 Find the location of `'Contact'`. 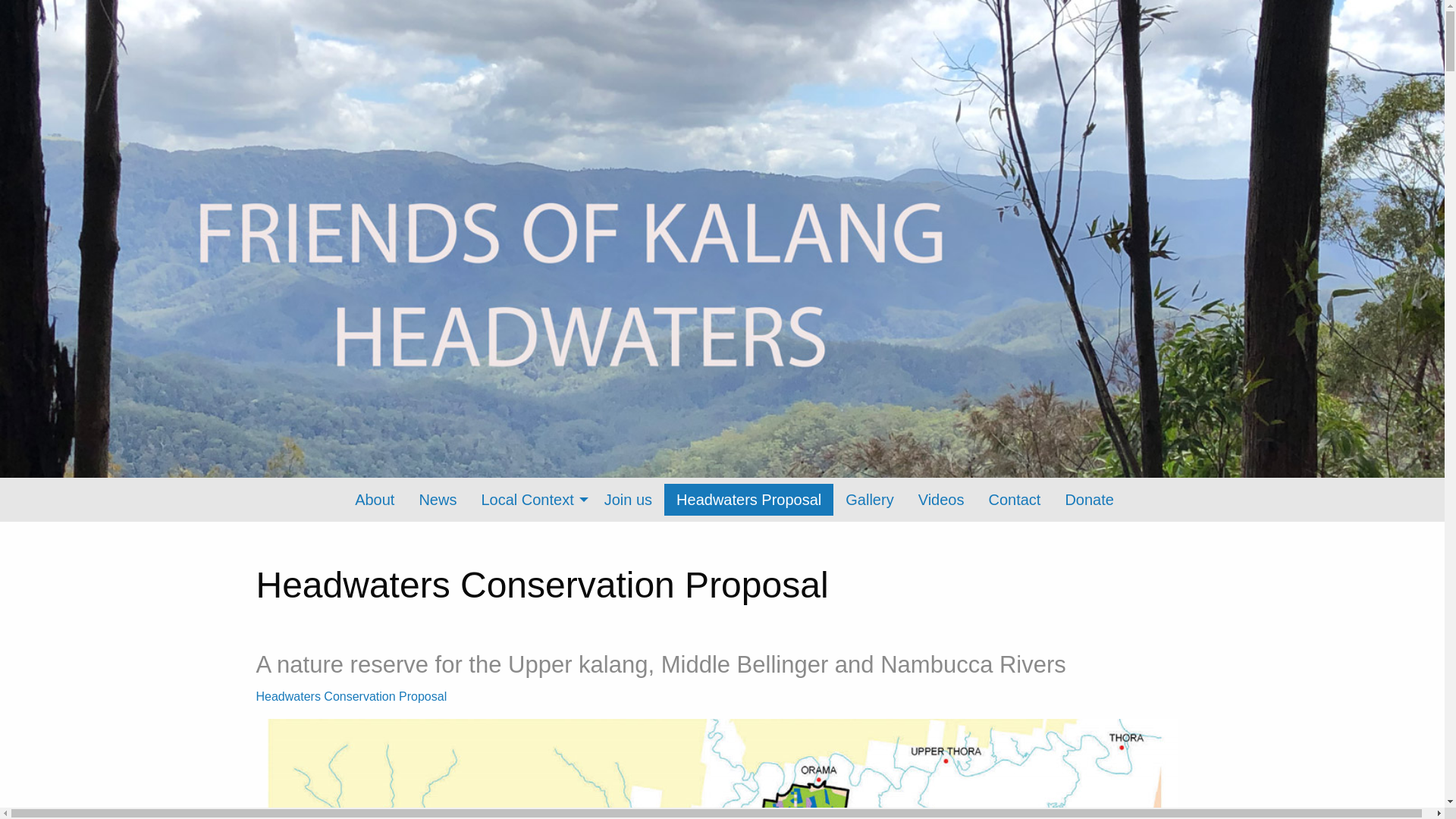

'Contact' is located at coordinates (1014, 500).